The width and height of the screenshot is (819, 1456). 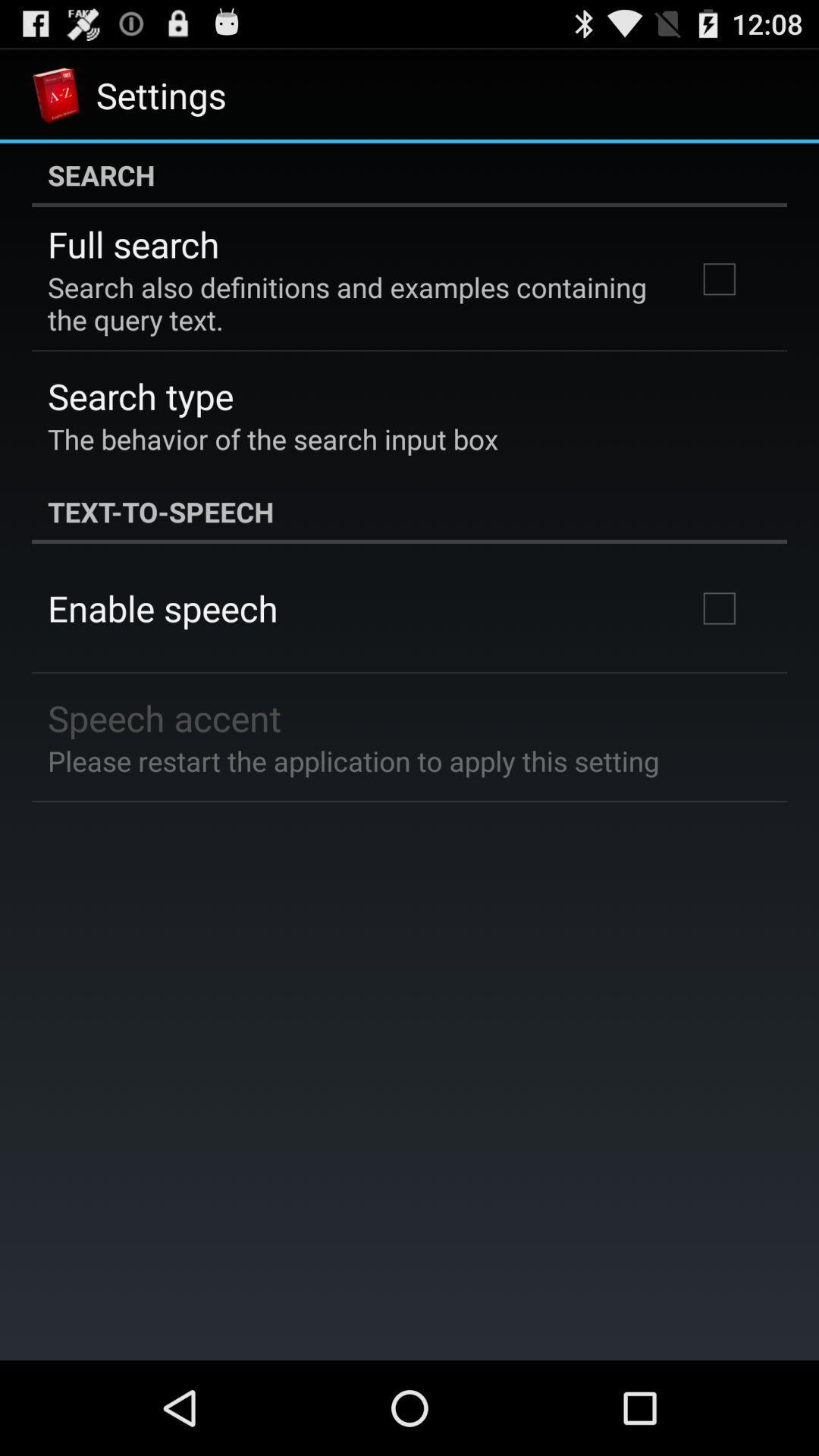 I want to click on the square box to the right of full search text, so click(x=718, y=279).